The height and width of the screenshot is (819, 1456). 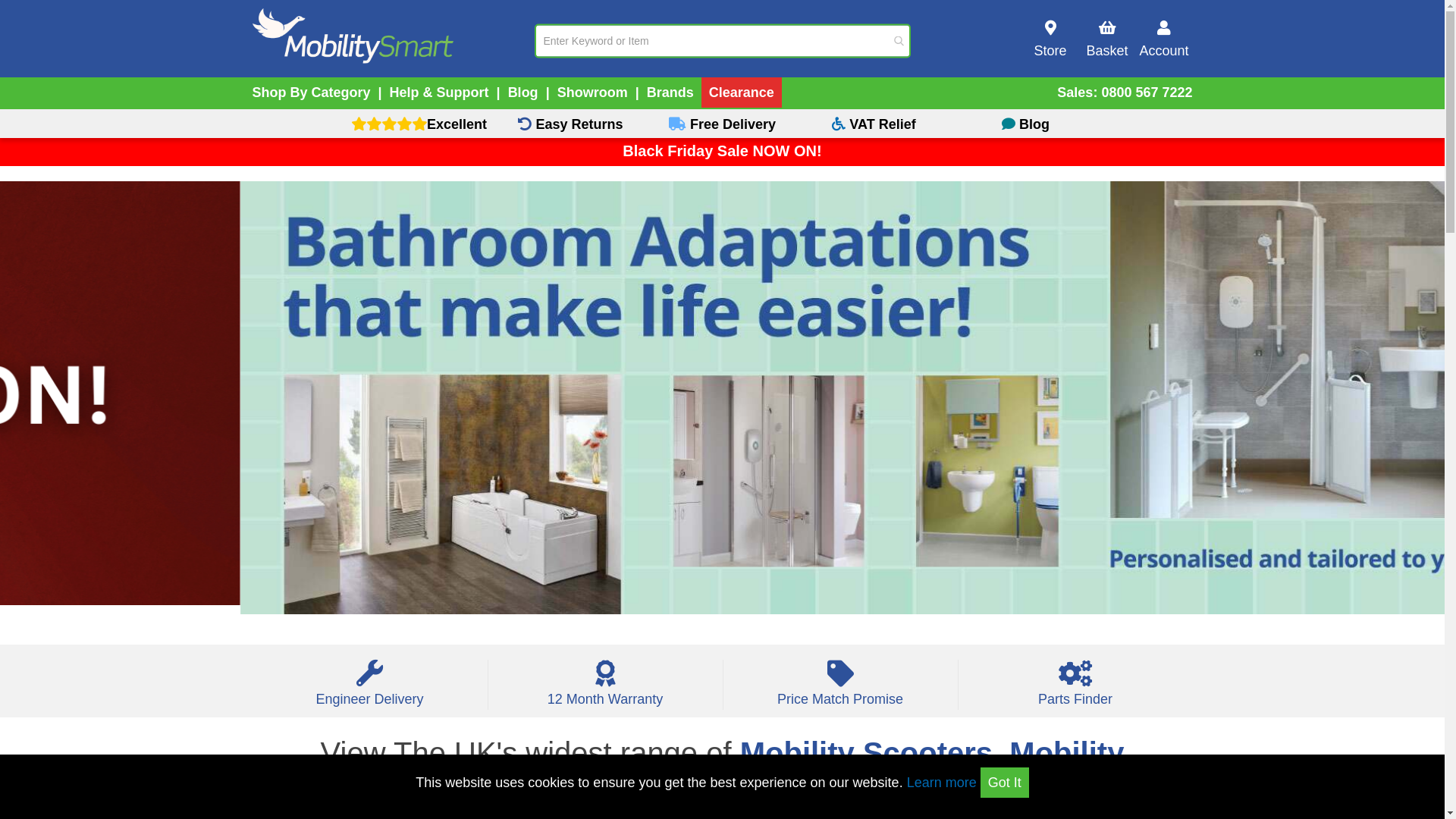 I want to click on 'Basket', so click(x=1106, y=38).